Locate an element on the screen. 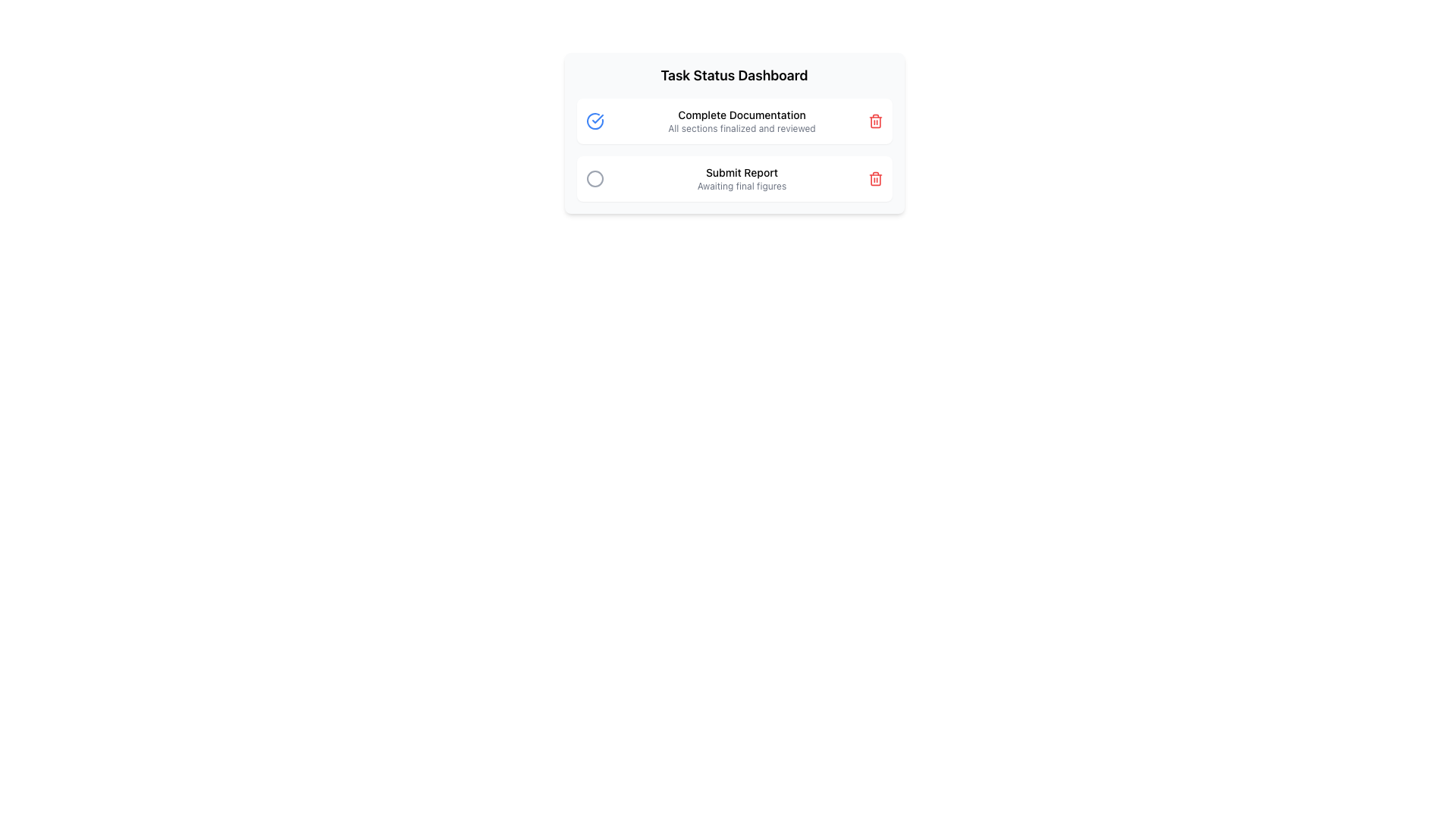 The height and width of the screenshot is (819, 1456). text from the central textual block titled 'Complete Documentation' with the description 'All sections finalized and reviewed' located in the first card of the 'Task Status Dashboard' is located at coordinates (742, 120).